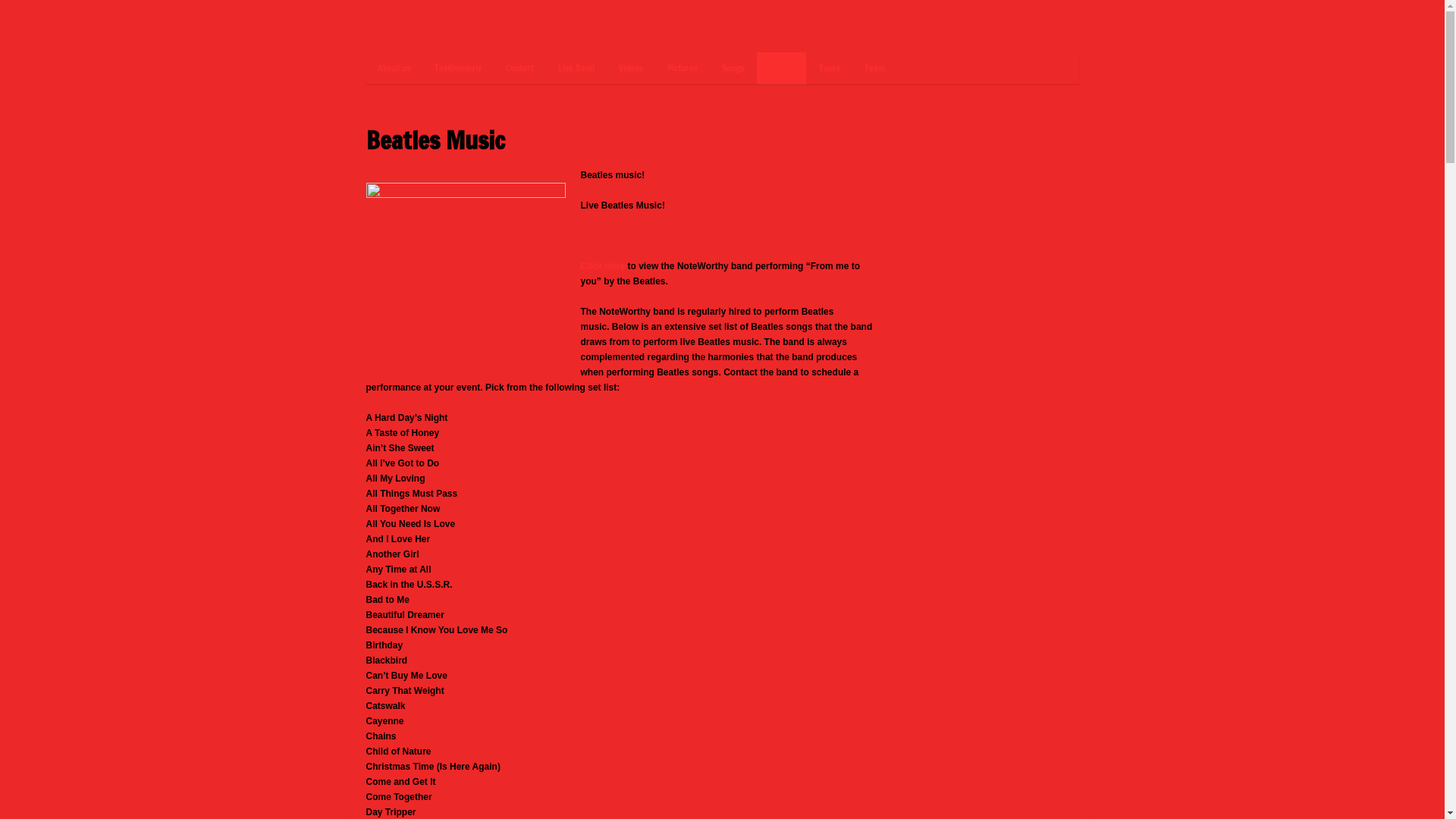 The image size is (1456, 819). Describe the element at coordinates (757, 67) in the screenshot. I see `'Genres'` at that location.